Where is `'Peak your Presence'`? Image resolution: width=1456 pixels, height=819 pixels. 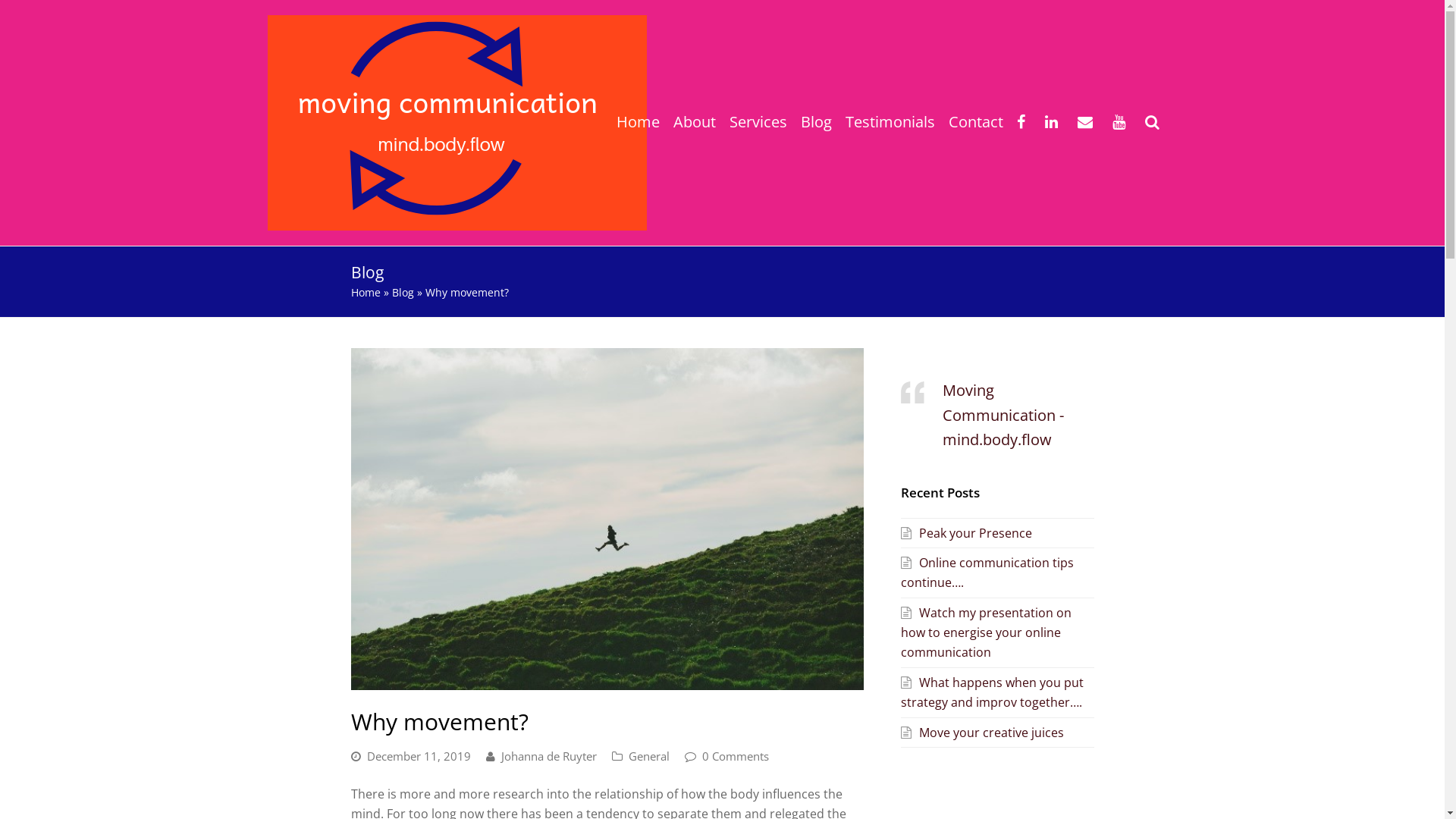
'Peak your Presence' is located at coordinates (965, 532).